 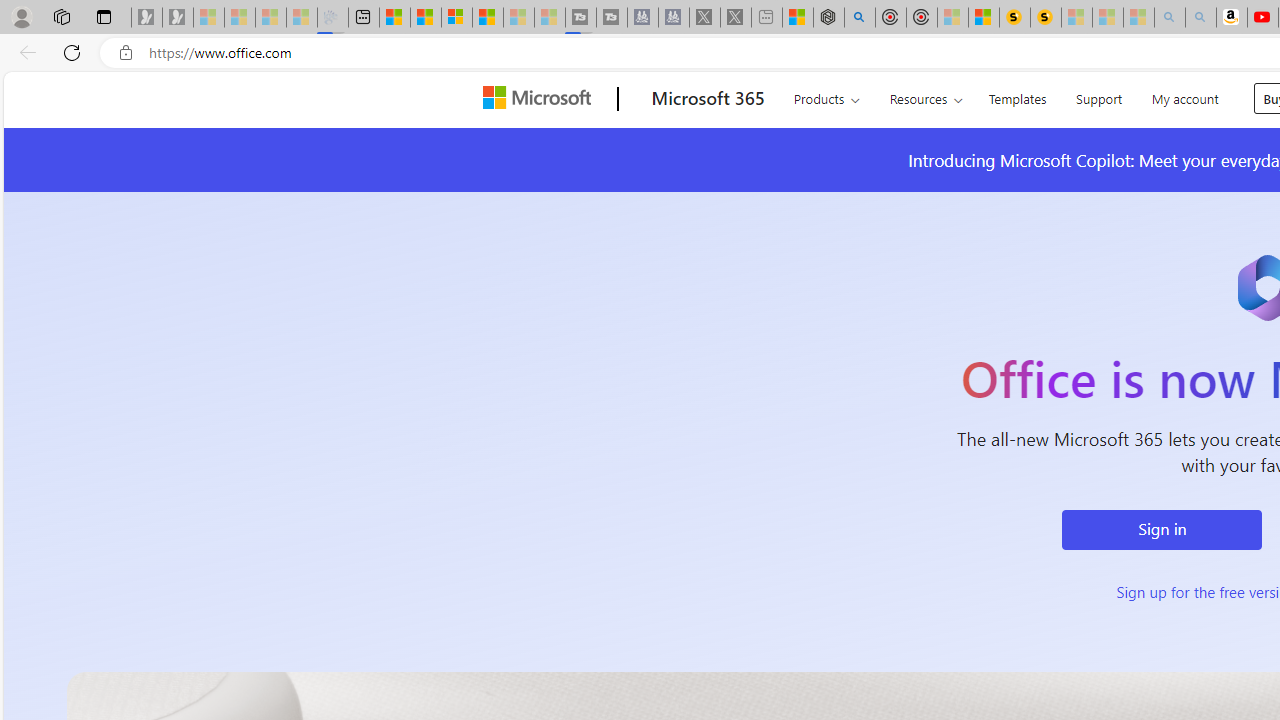 What do you see at coordinates (1184, 96) in the screenshot?
I see `'My account'` at bounding box center [1184, 96].